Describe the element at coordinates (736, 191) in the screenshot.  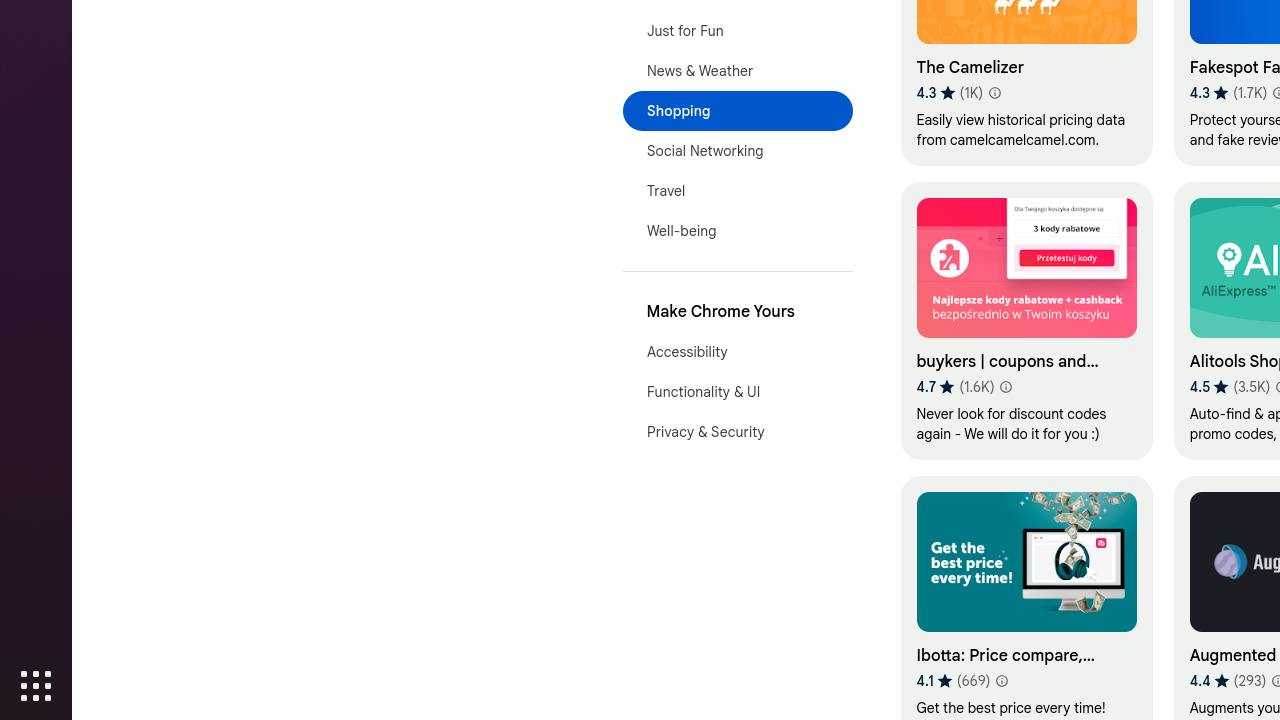
I see `'Travel'` at that location.